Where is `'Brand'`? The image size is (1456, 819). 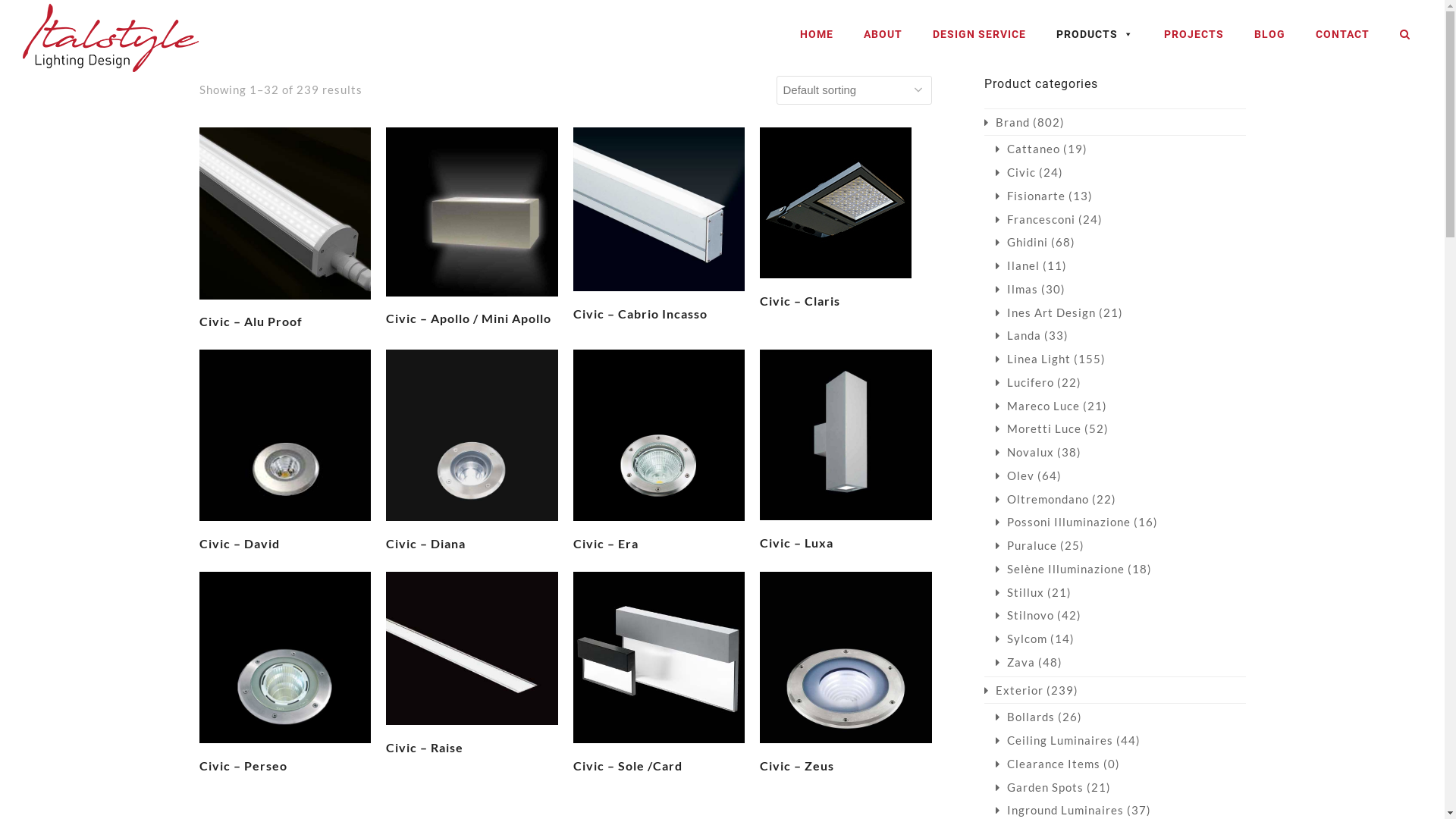
'Brand' is located at coordinates (1007, 121).